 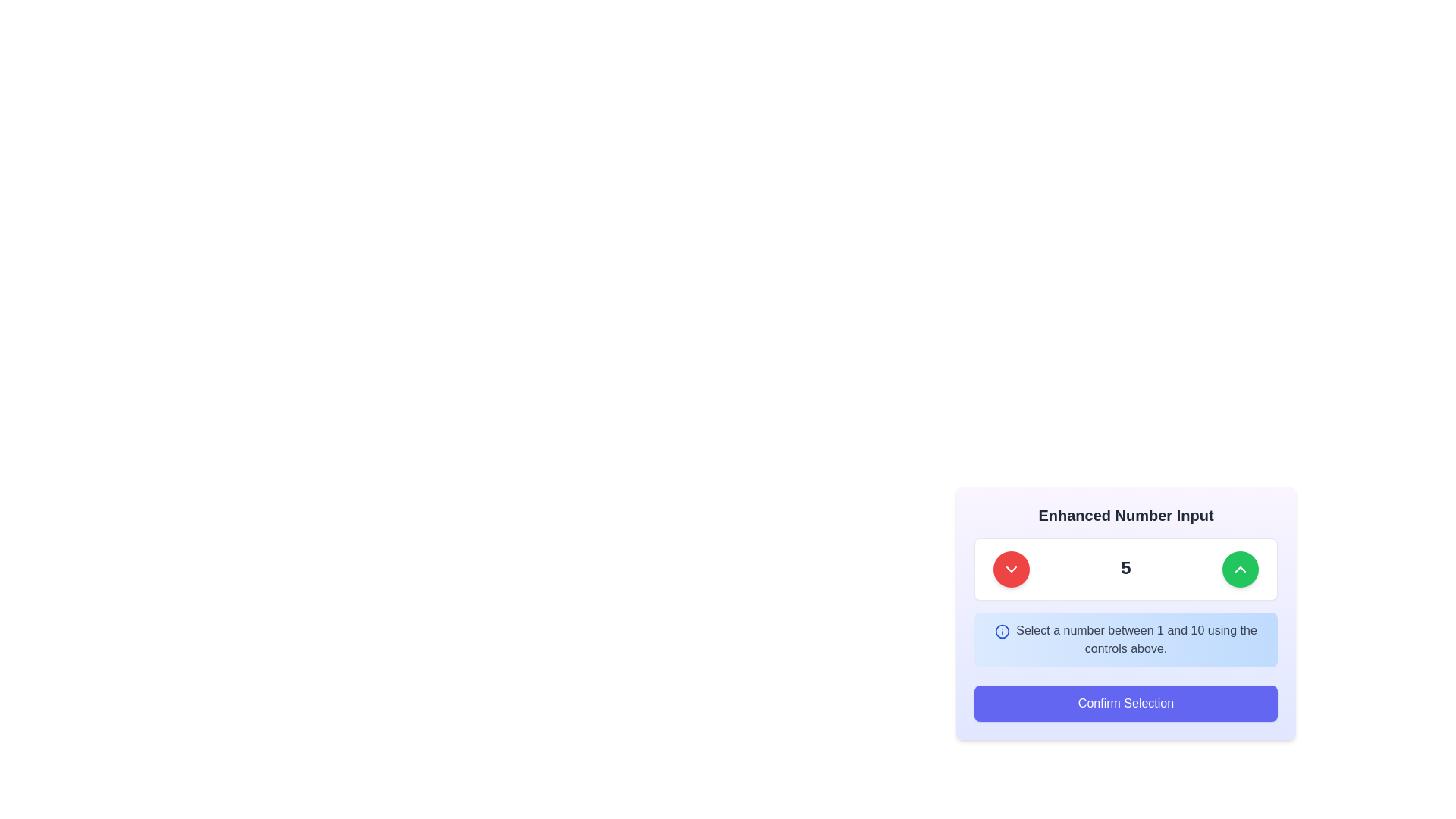 I want to click on text label providing instructions for using the associated number input controls, which is located within a blue gradient box below the number input controls labeled 5, positioned to the right of an information icon, so click(x=1136, y=639).